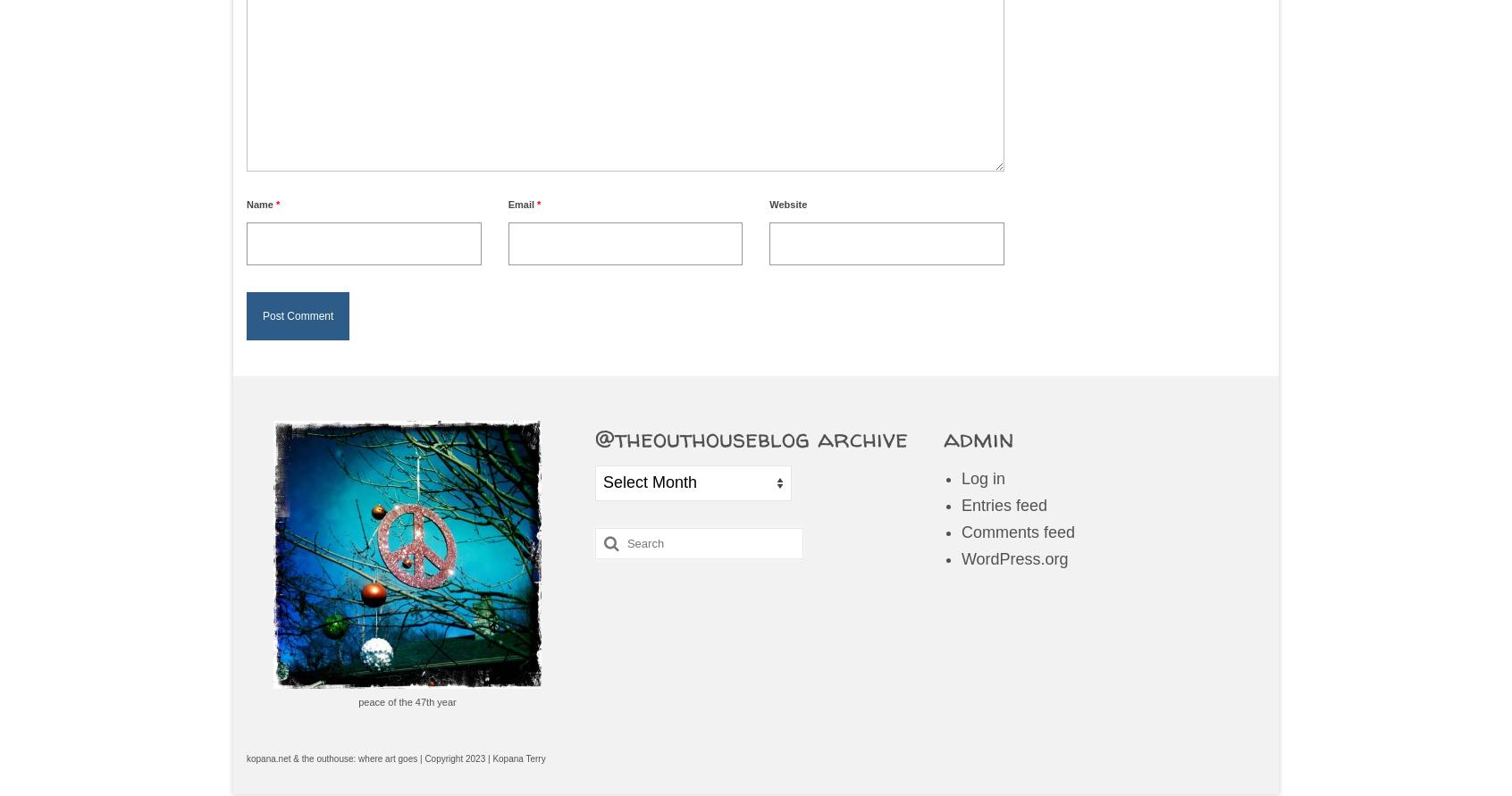 The height and width of the screenshot is (796, 1512). I want to click on 'Comments feed', so click(1016, 532).